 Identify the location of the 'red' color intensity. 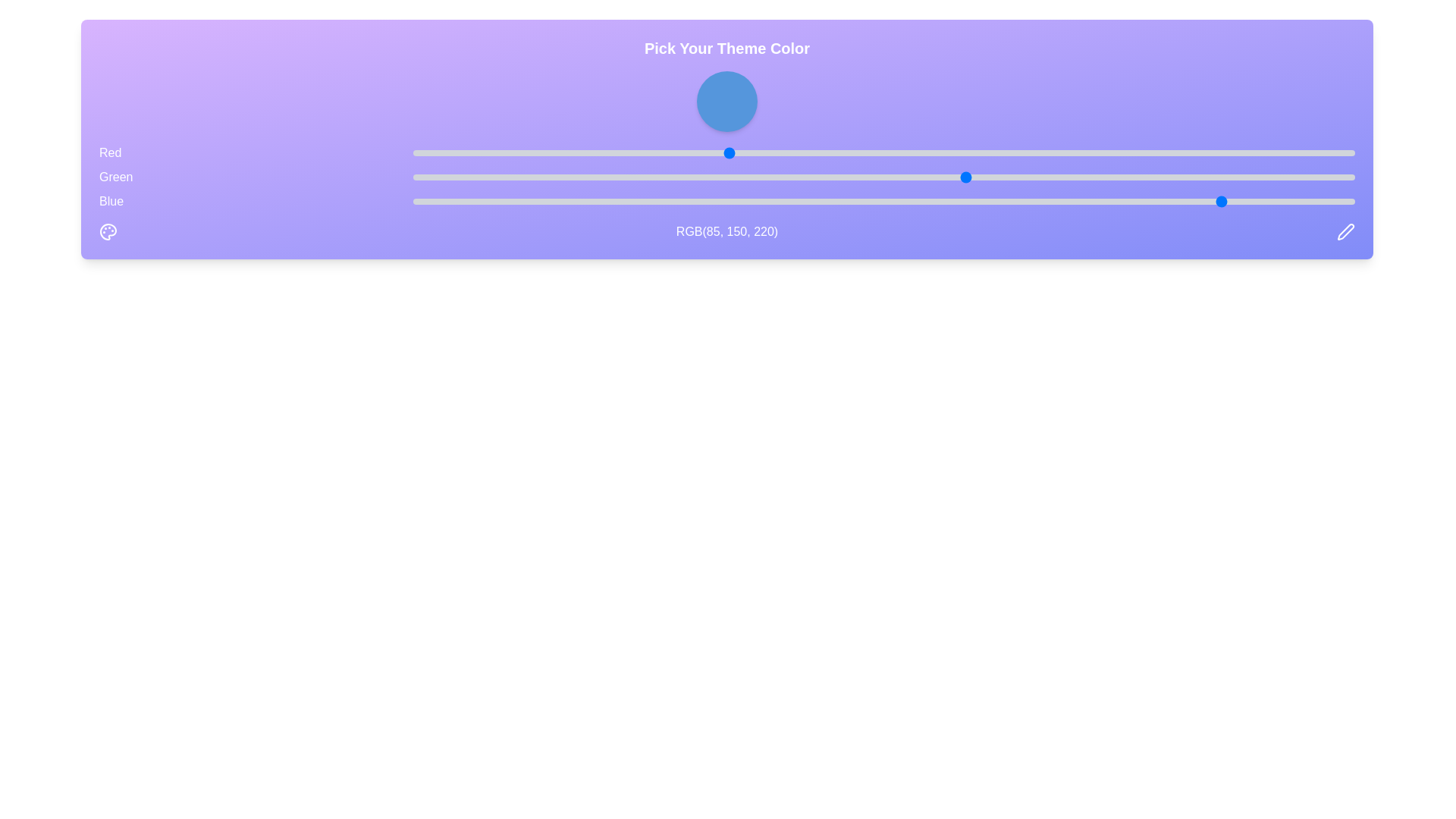
(560, 152).